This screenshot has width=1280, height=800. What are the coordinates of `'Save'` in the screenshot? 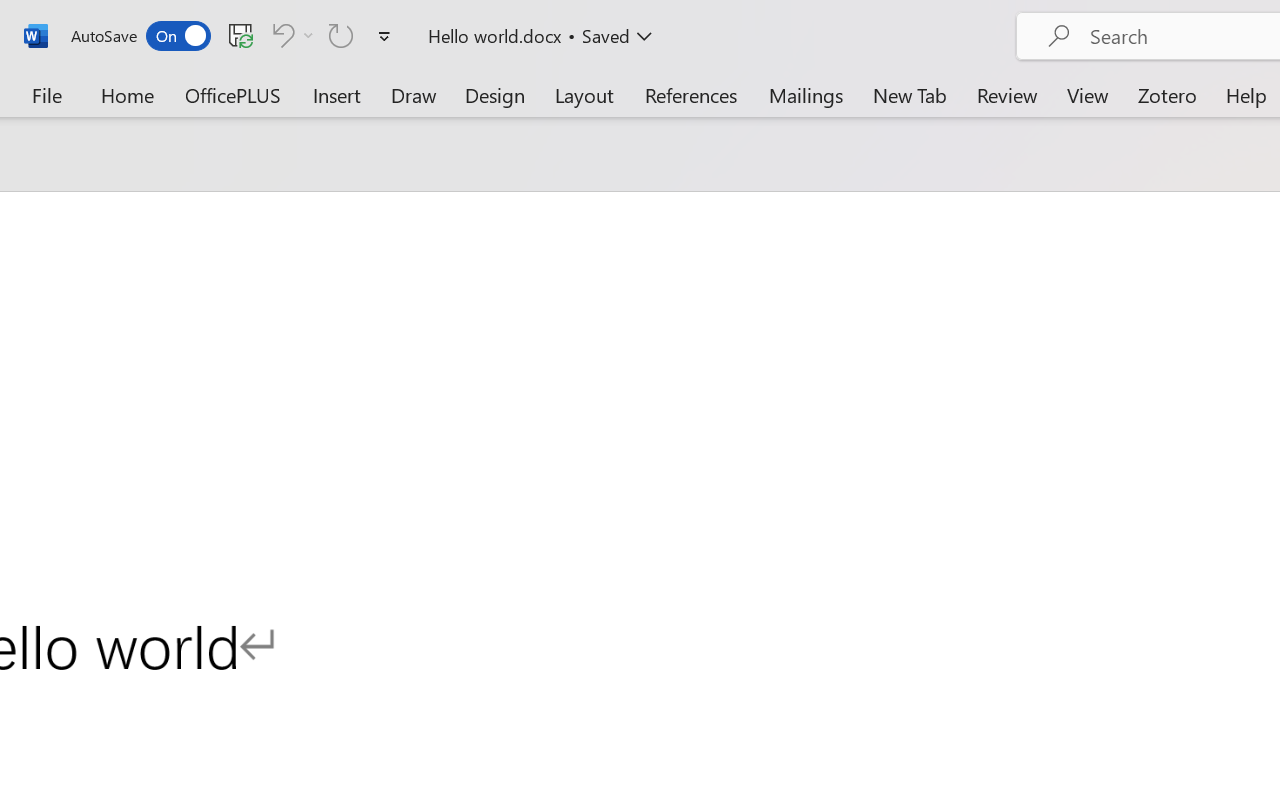 It's located at (240, 34).